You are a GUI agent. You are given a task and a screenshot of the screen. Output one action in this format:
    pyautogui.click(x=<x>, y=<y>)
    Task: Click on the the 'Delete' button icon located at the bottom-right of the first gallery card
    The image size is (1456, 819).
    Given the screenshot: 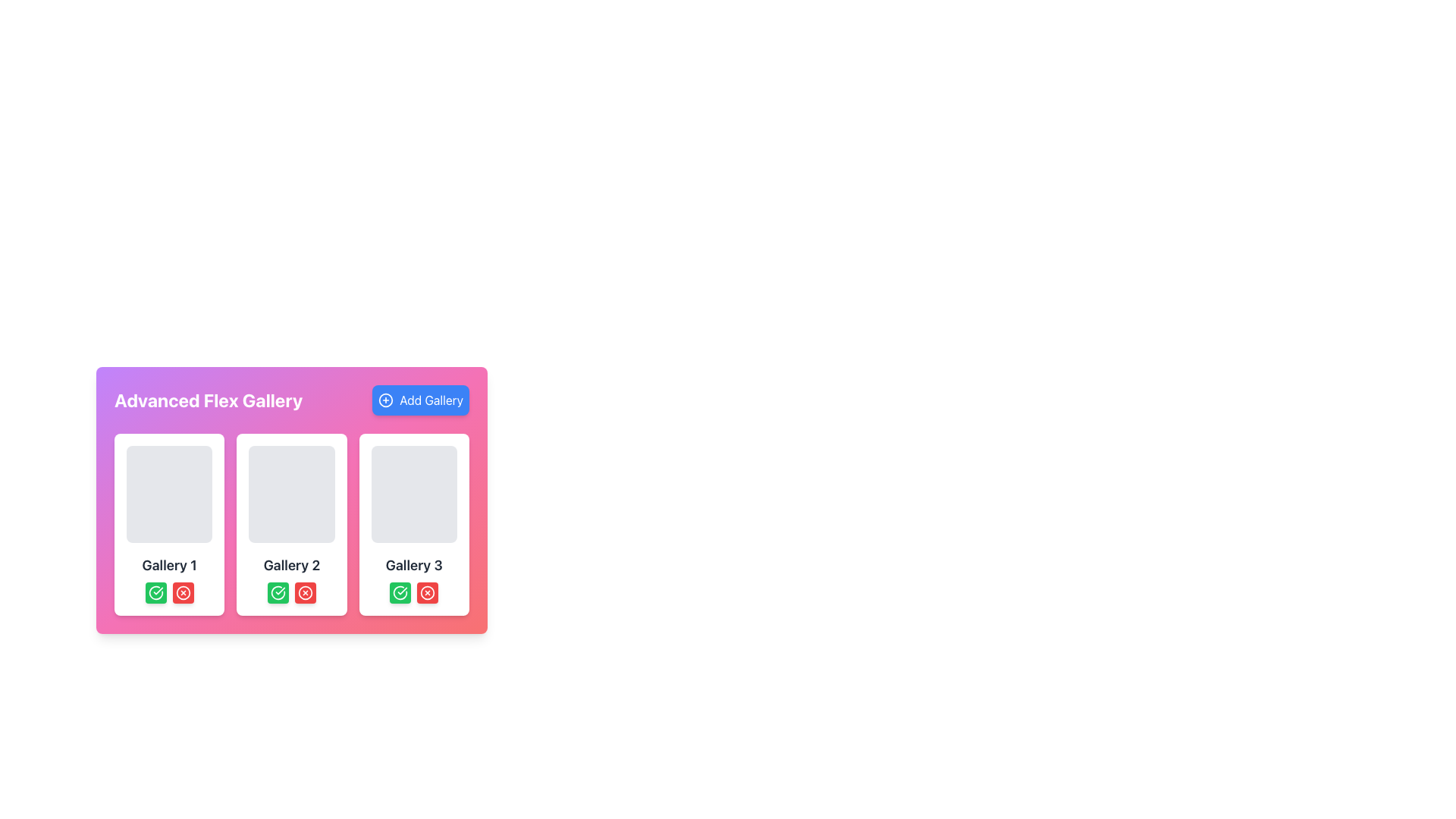 What is the action you would take?
    pyautogui.click(x=182, y=592)
    